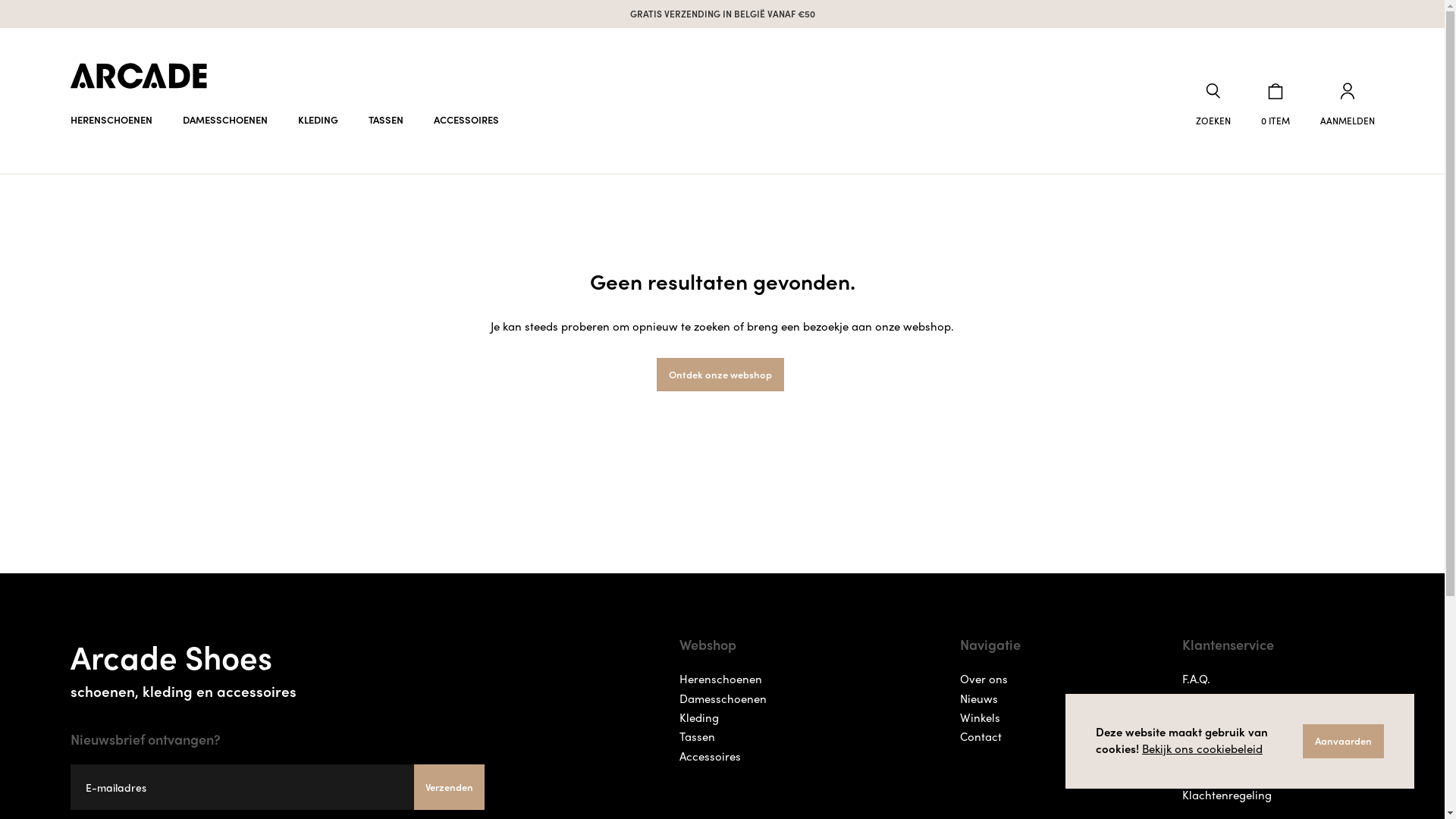 The width and height of the screenshot is (1456, 819). Describe the element at coordinates (1195, 678) in the screenshot. I see `'F.A.Q.'` at that location.